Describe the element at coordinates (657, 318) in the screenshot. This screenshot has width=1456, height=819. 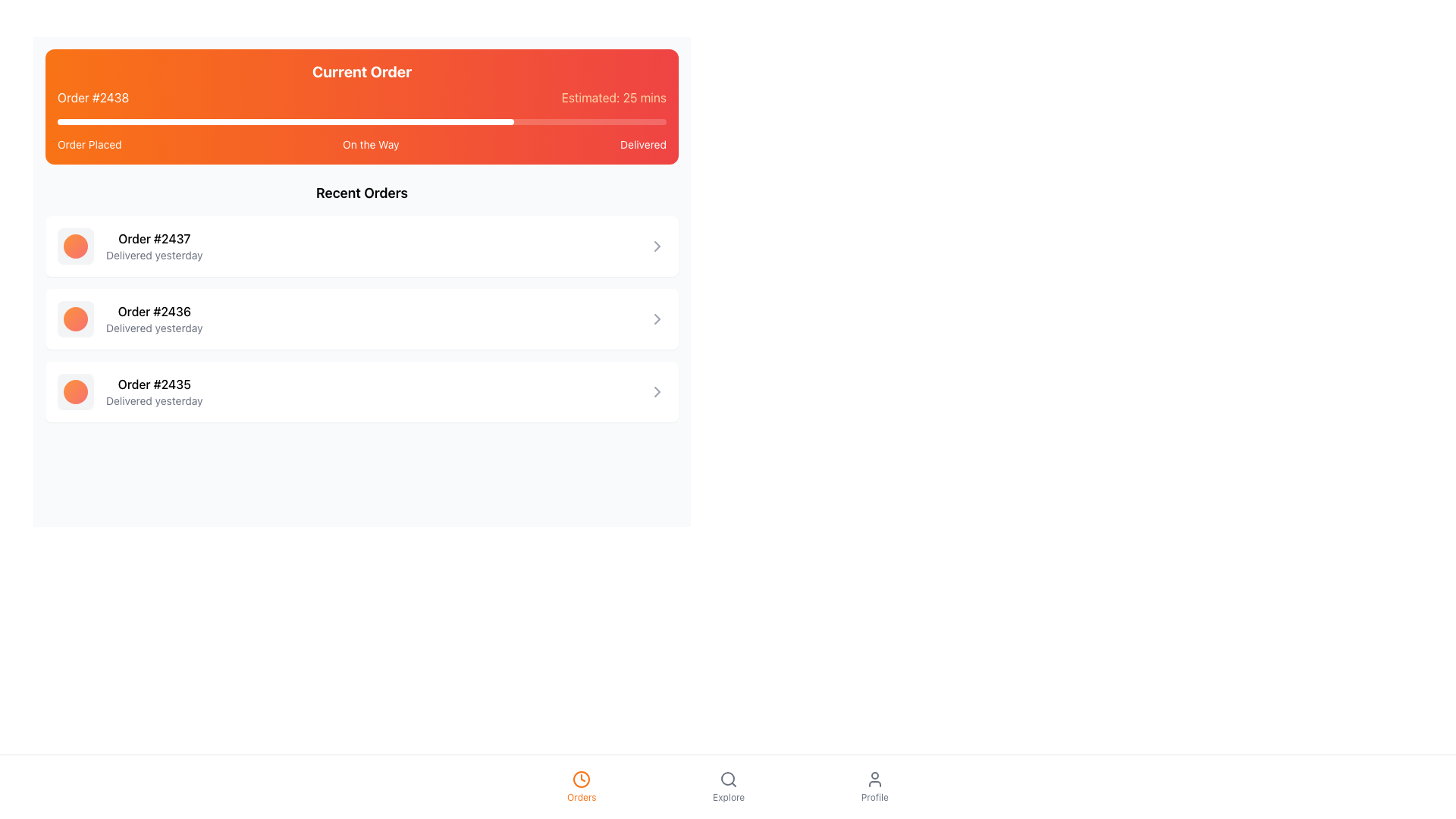
I see `the chevron-right icon located at the rightmost end of the third item in the 'Recent Orders' list, which is a light gray arrow indicating navigation` at that location.